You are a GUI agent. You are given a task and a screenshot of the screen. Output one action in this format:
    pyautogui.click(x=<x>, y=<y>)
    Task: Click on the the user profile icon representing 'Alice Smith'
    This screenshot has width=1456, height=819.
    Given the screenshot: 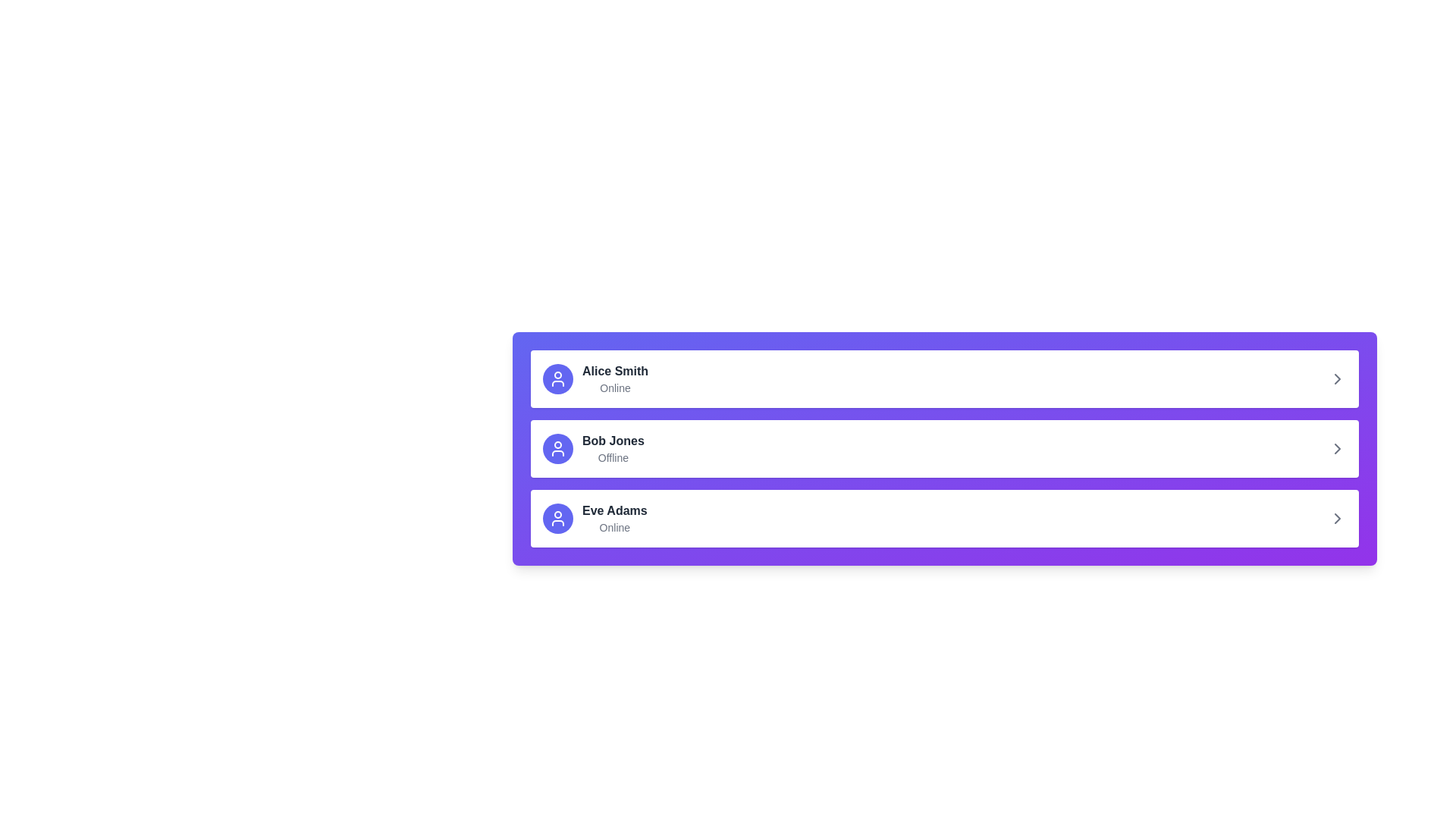 What is the action you would take?
    pyautogui.click(x=557, y=378)
    